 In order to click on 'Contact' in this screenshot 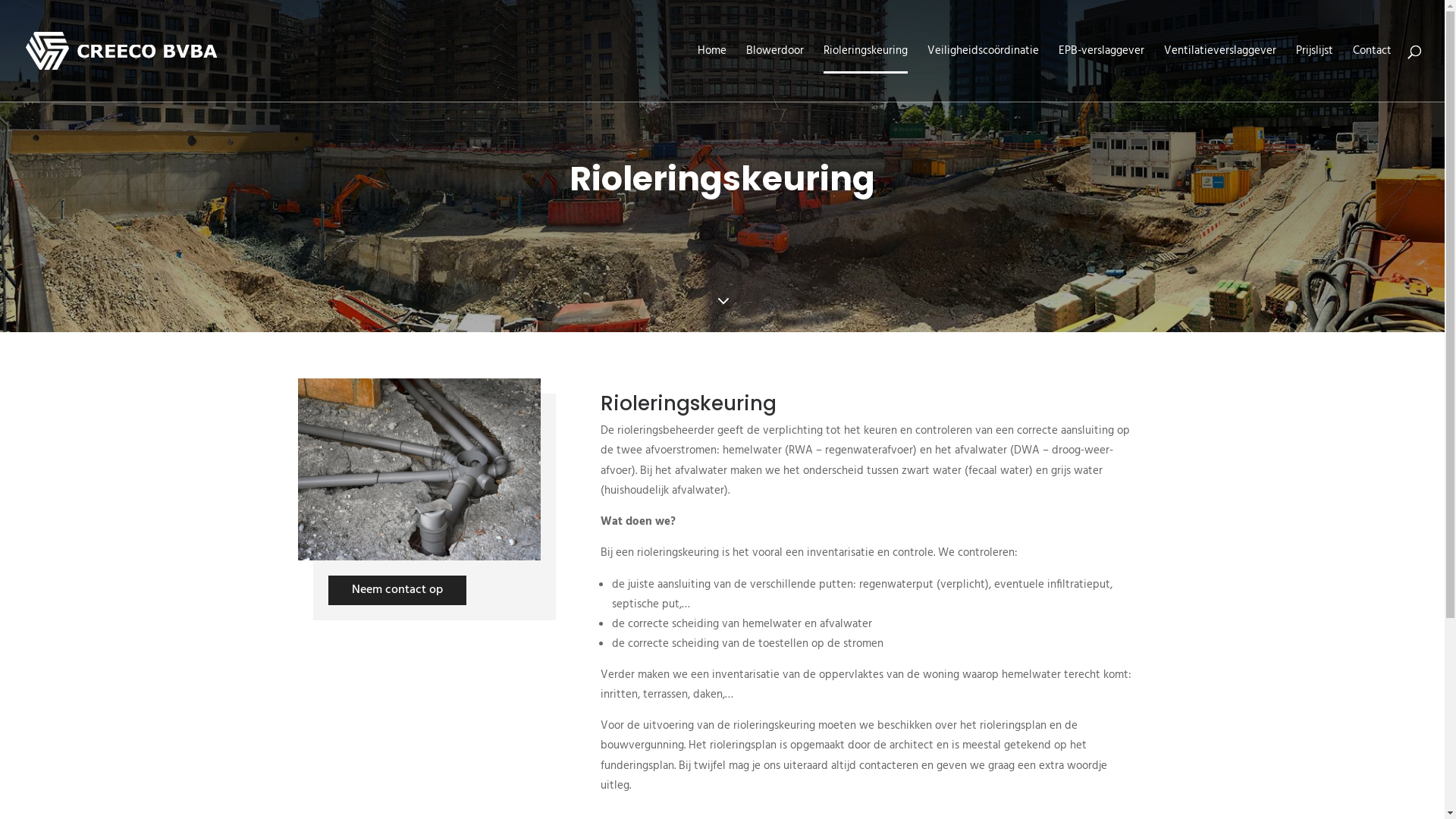, I will do `click(1353, 73)`.